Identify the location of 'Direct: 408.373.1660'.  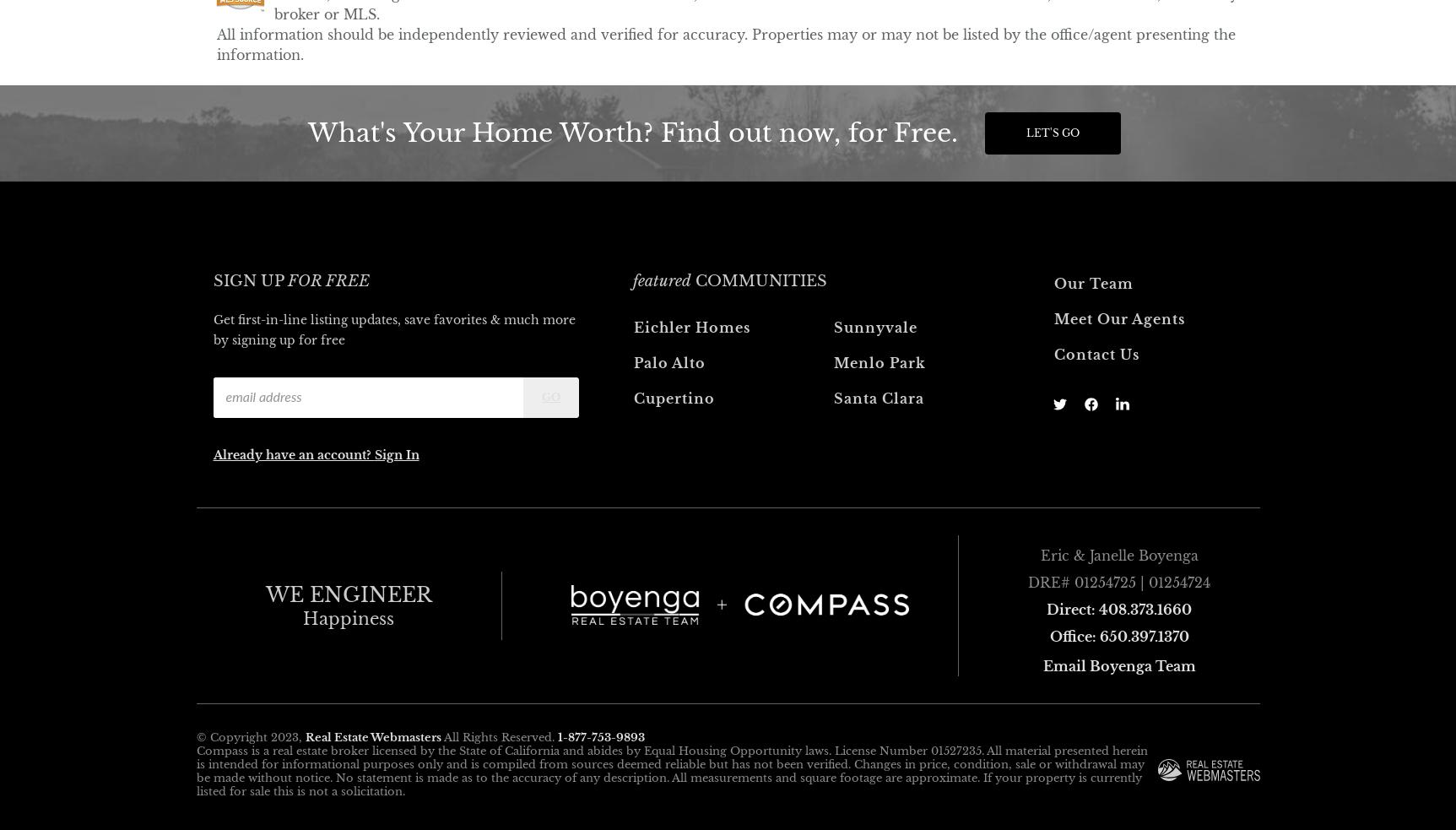
(1119, 609).